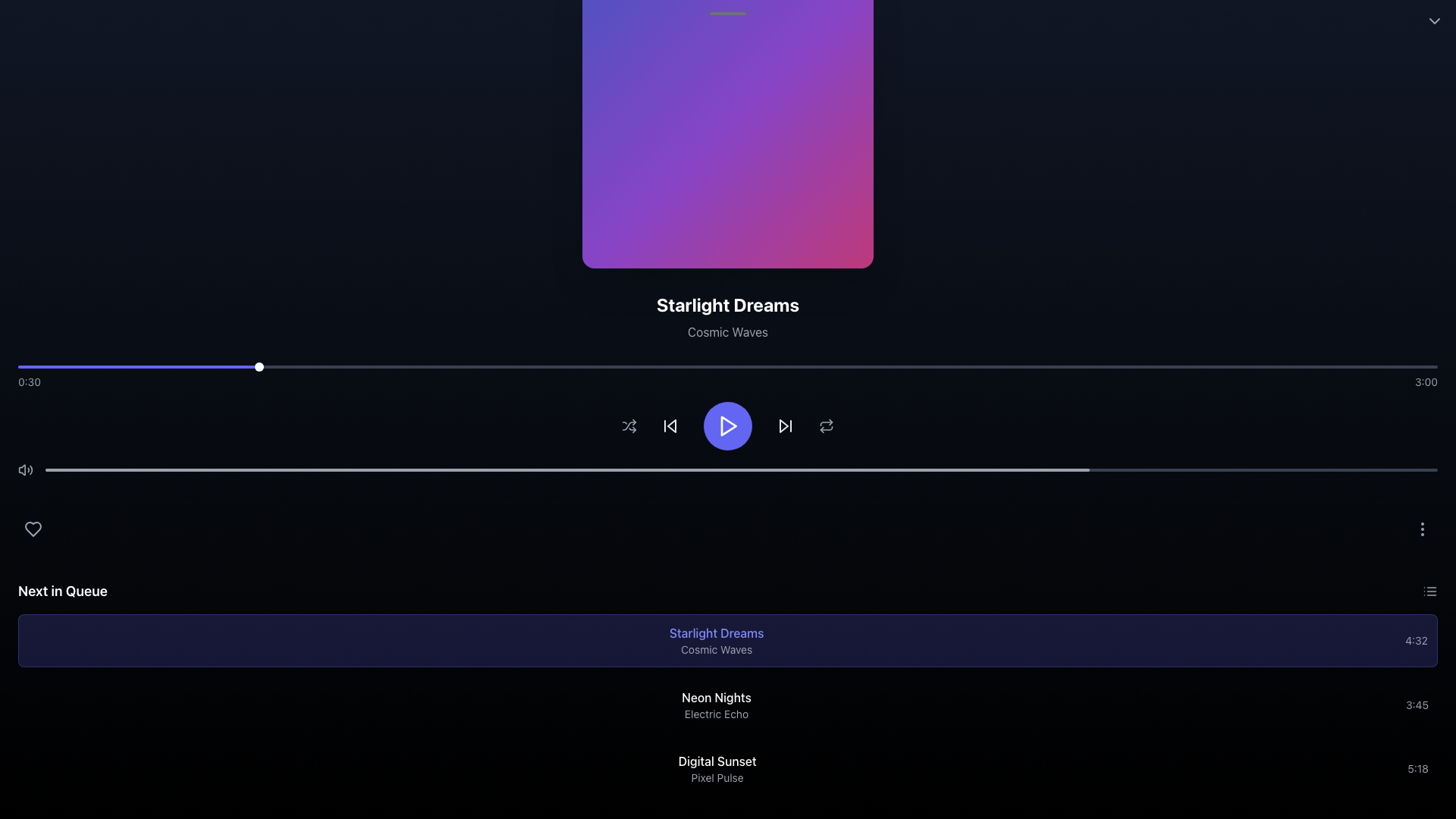 This screenshot has height=819, width=1456. Describe the element at coordinates (160, 366) in the screenshot. I see `progress` at that location.